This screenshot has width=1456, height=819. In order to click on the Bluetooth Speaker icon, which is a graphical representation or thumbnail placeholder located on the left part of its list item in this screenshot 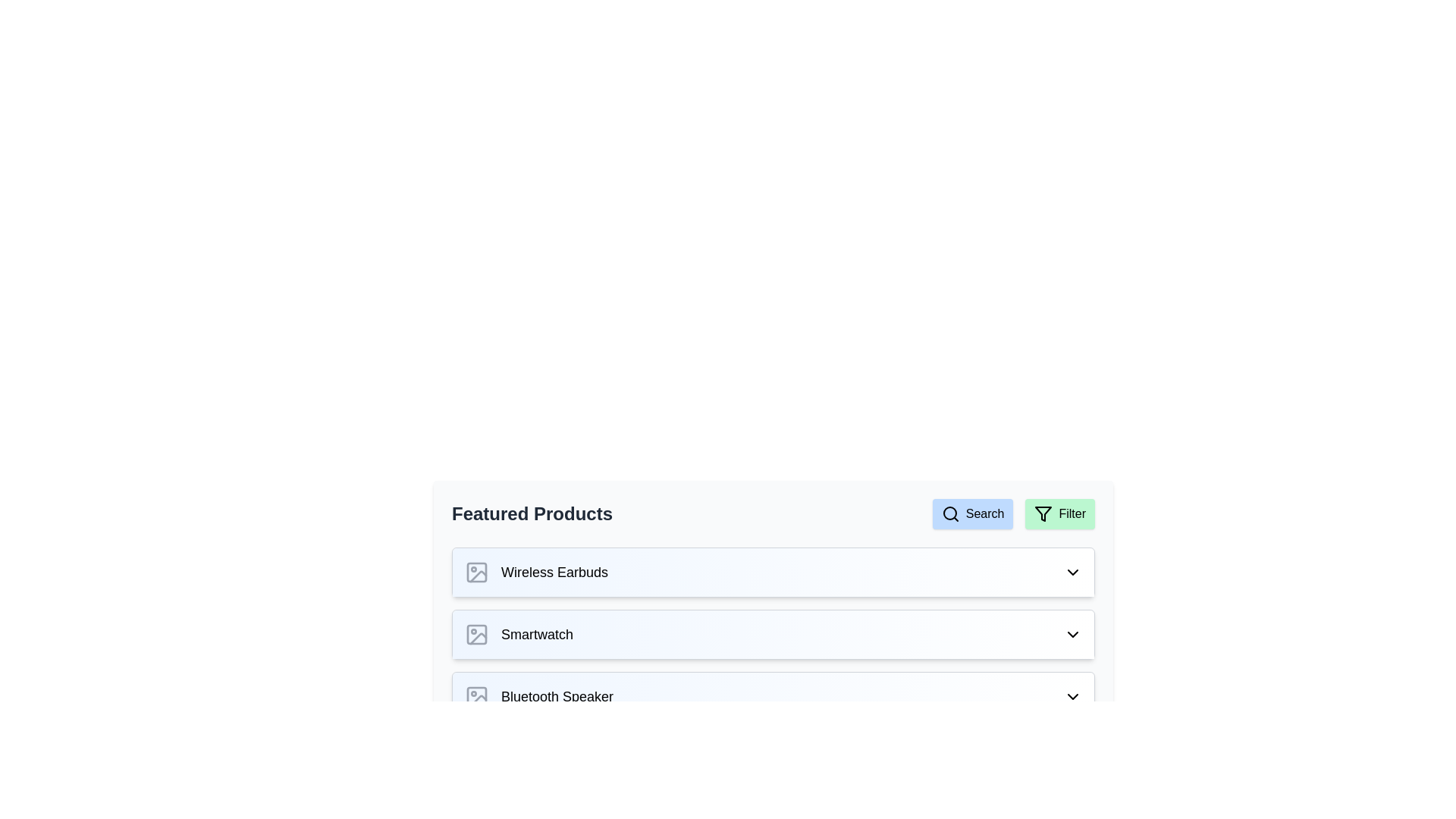, I will do `click(475, 696)`.